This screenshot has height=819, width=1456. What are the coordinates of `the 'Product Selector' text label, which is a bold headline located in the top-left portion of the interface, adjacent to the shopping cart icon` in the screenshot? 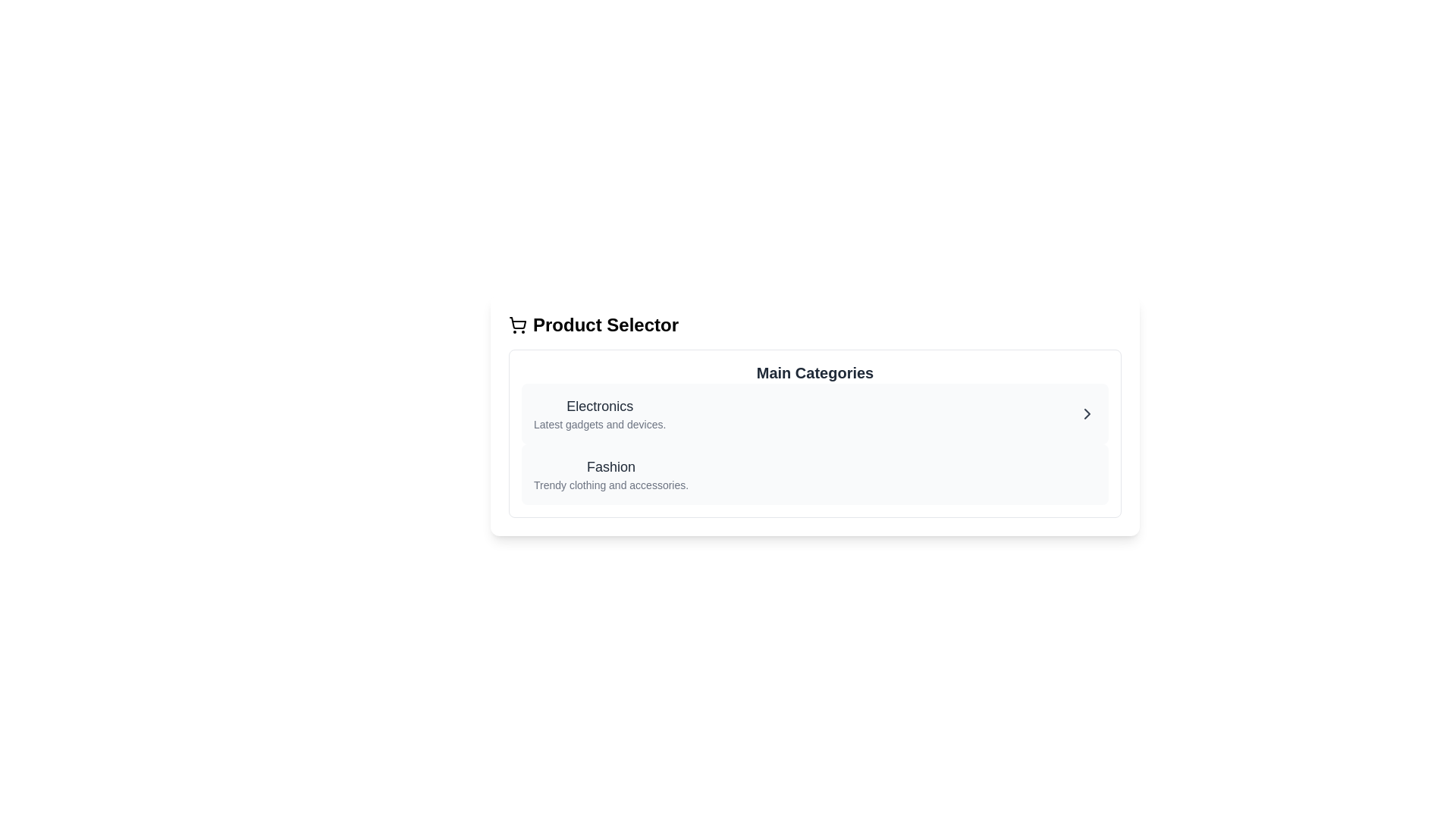 It's located at (605, 324).